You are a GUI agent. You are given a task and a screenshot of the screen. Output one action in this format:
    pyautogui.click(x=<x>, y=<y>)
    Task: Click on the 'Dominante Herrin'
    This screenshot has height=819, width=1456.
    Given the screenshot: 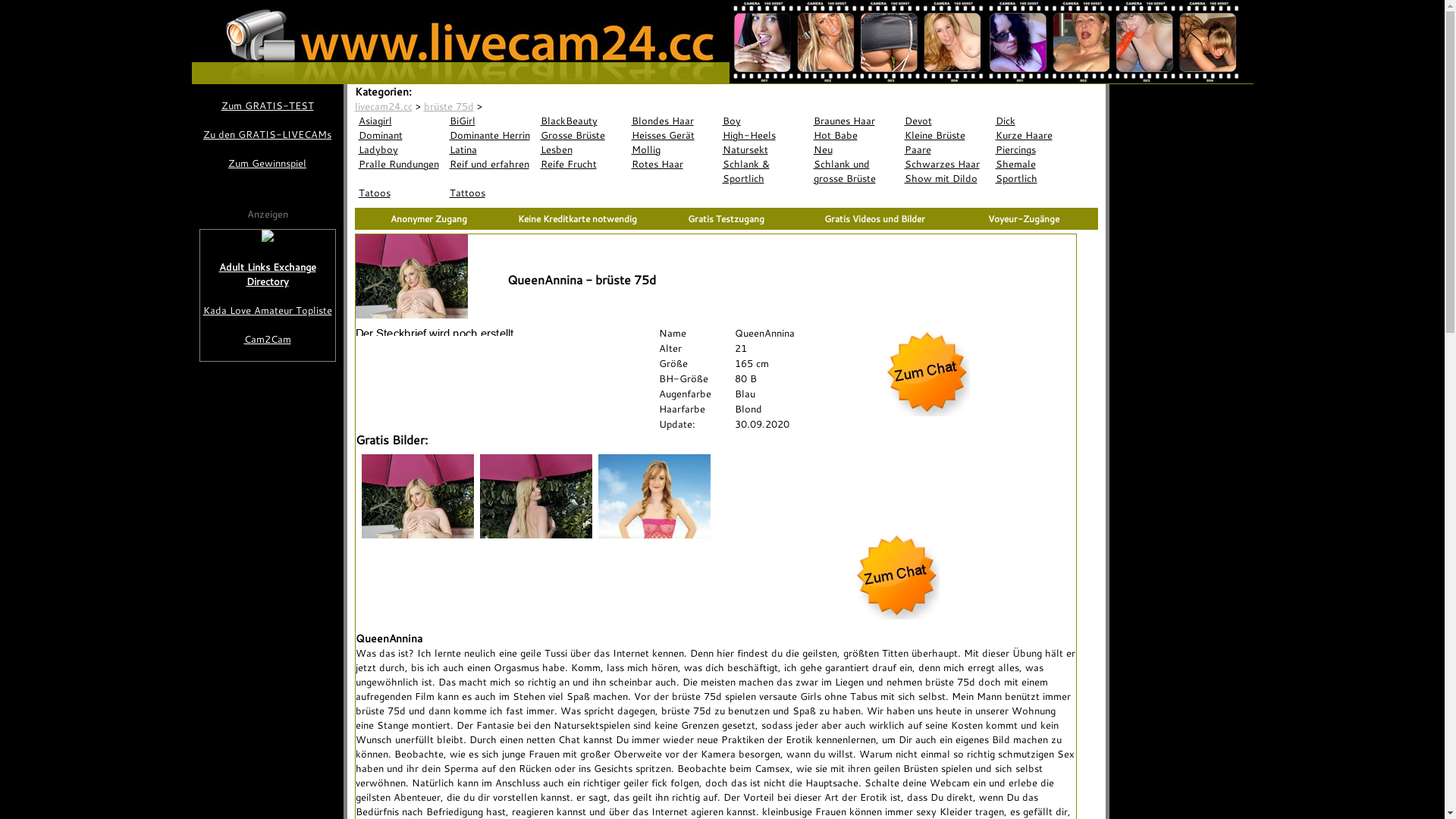 What is the action you would take?
    pyautogui.click(x=445, y=134)
    